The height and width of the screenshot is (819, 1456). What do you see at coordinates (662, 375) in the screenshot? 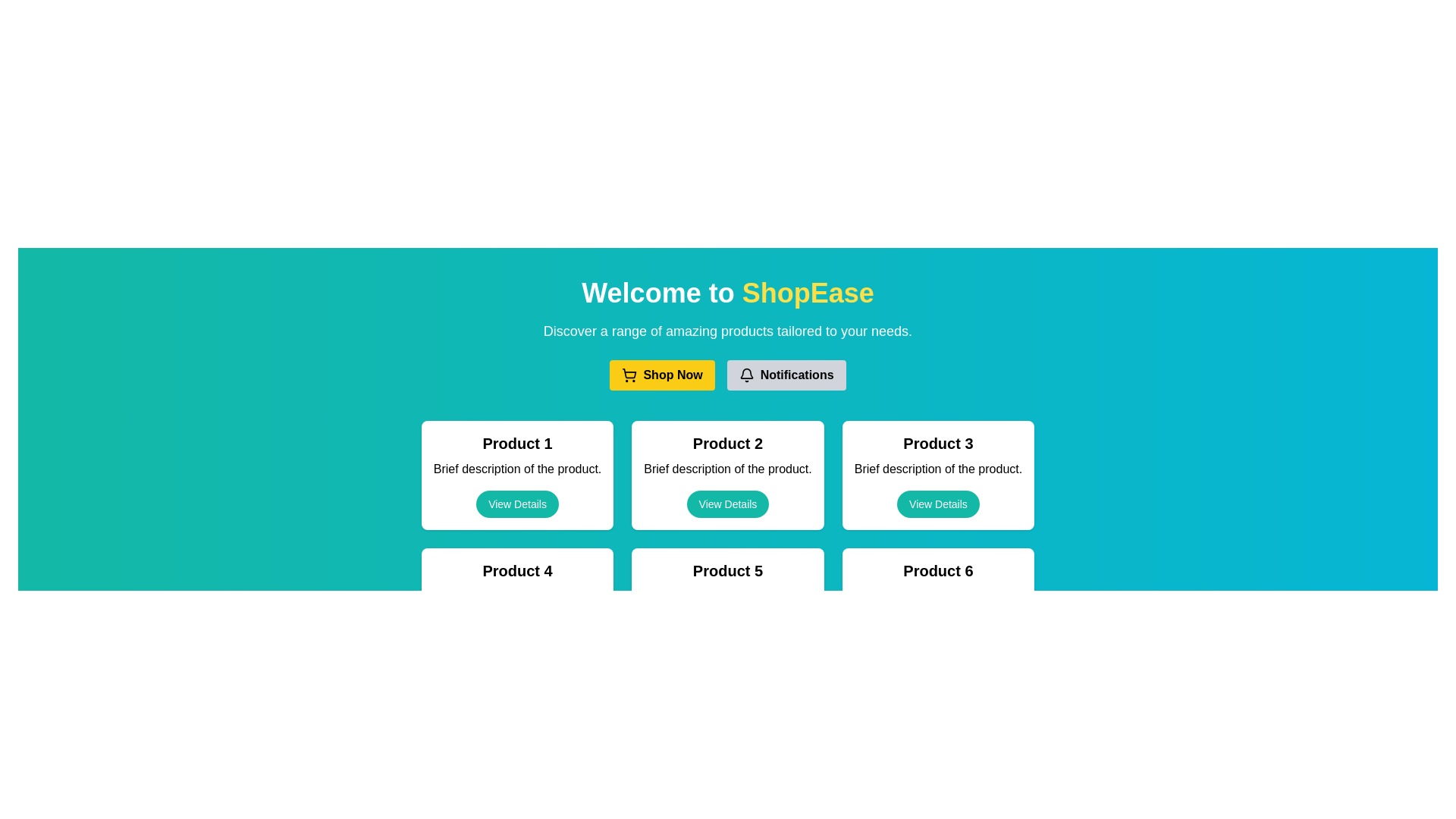
I see `the yellow 'Shop Now' button with bold black text and a shopping cart icon` at bounding box center [662, 375].